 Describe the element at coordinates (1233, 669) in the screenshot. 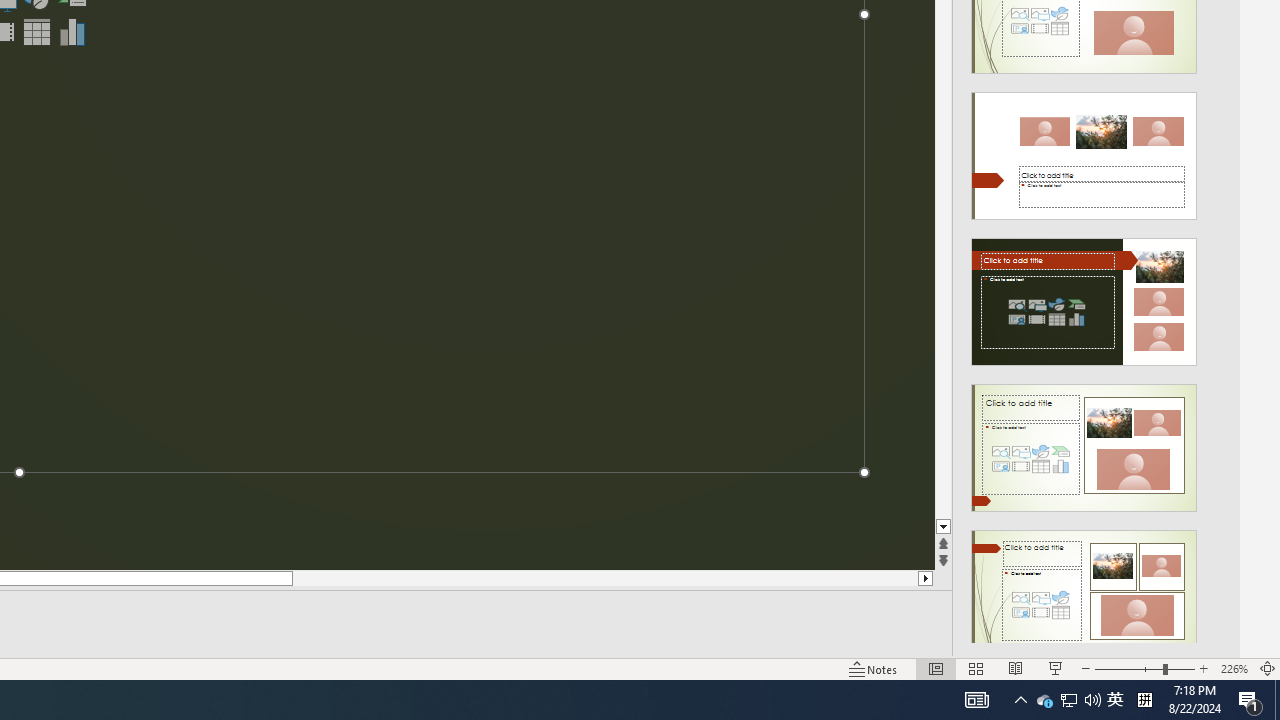

I see `'Zoom 226%'` at that location.